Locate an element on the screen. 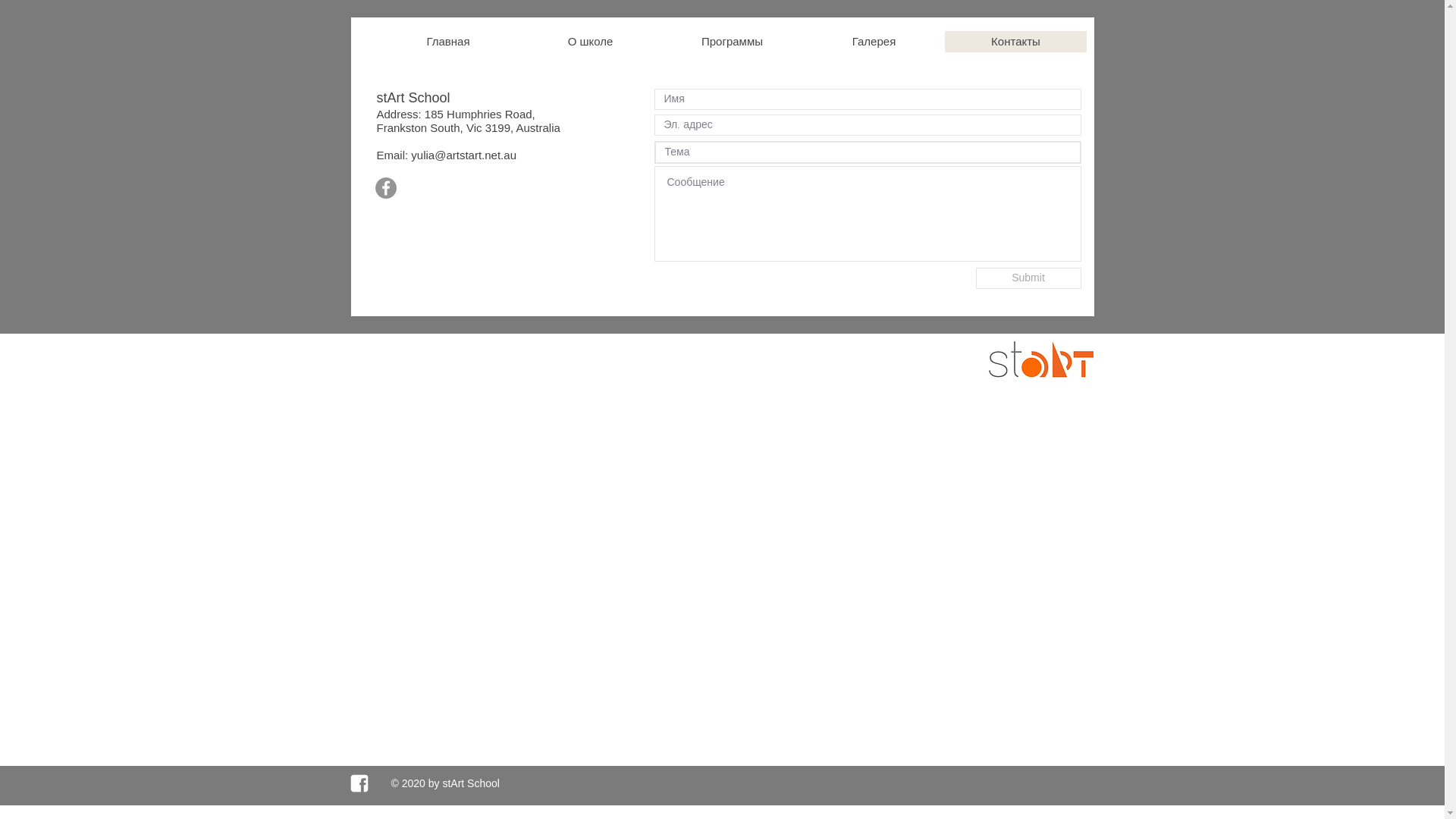 This screenshot has width=1456, height=819. 'Submit' is located at coordinates (1028, 278).